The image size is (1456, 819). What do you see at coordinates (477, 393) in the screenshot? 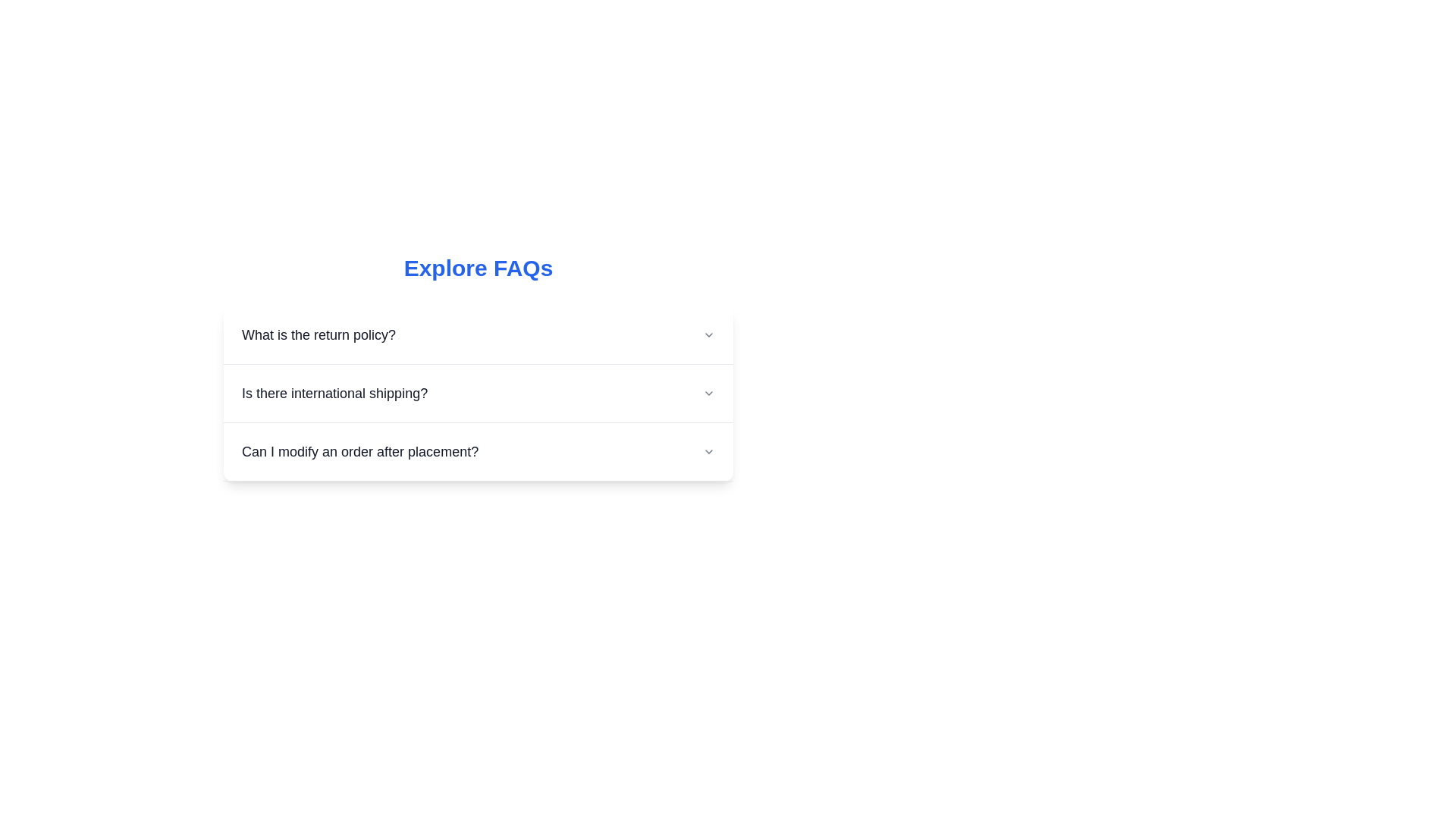
I see `the second clickable question in the FAQ section` at bounding box center [477, 393].